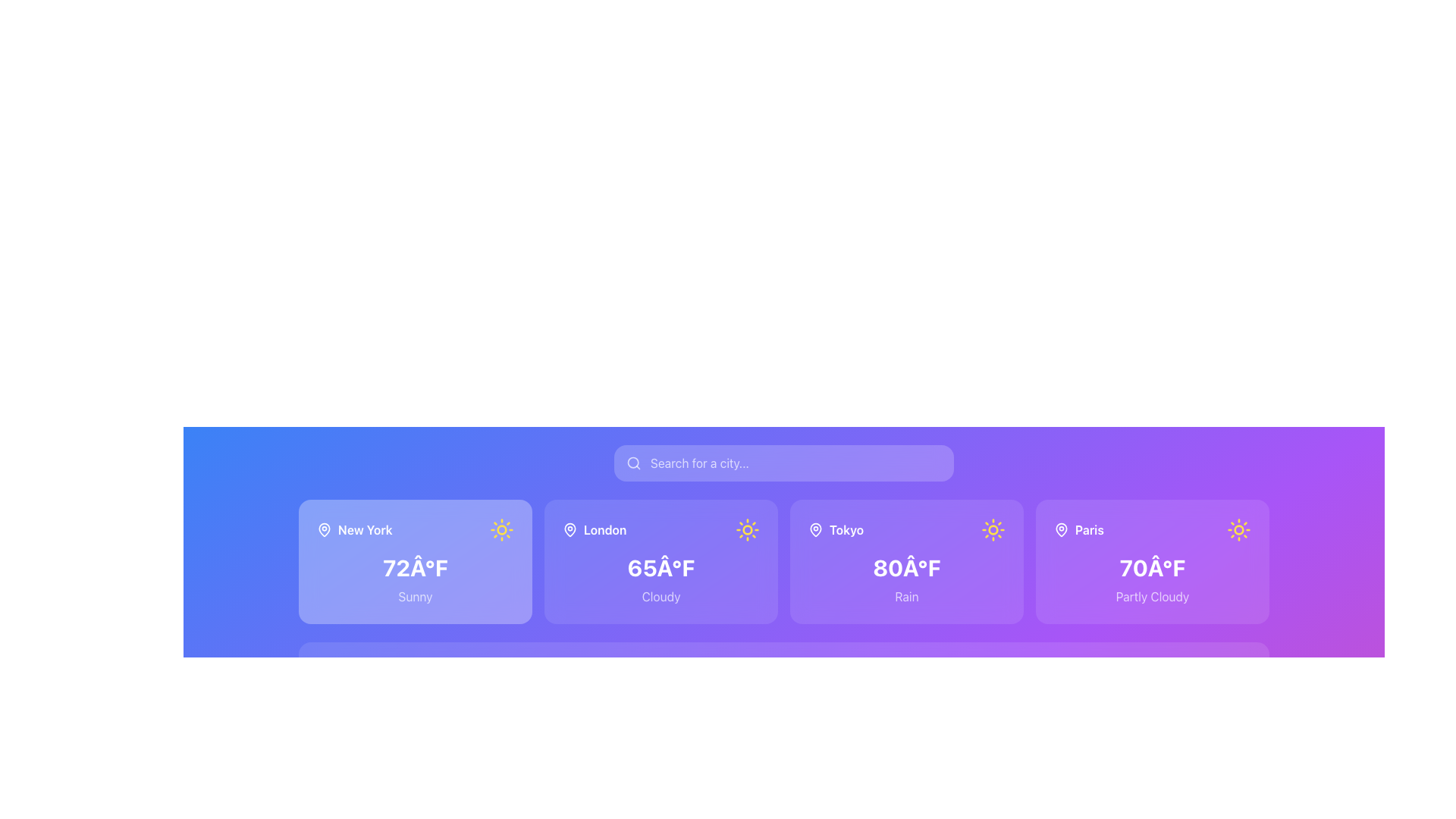 The image size is (1456, 819). I want to click on the text label that identifies the weather card for London, which is positioned in the middle row to the right of a map pin icon, specifically in the second card from the left, so click(604, 529).